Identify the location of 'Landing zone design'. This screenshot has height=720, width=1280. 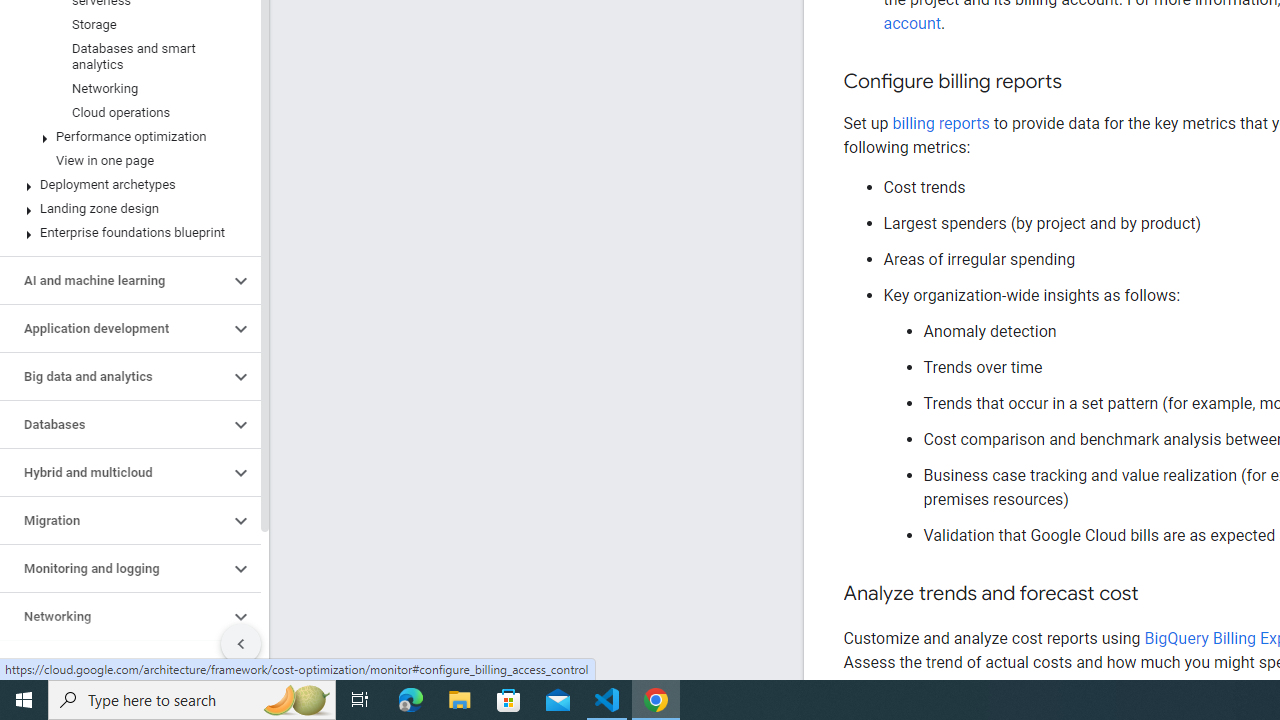
(125, 209).